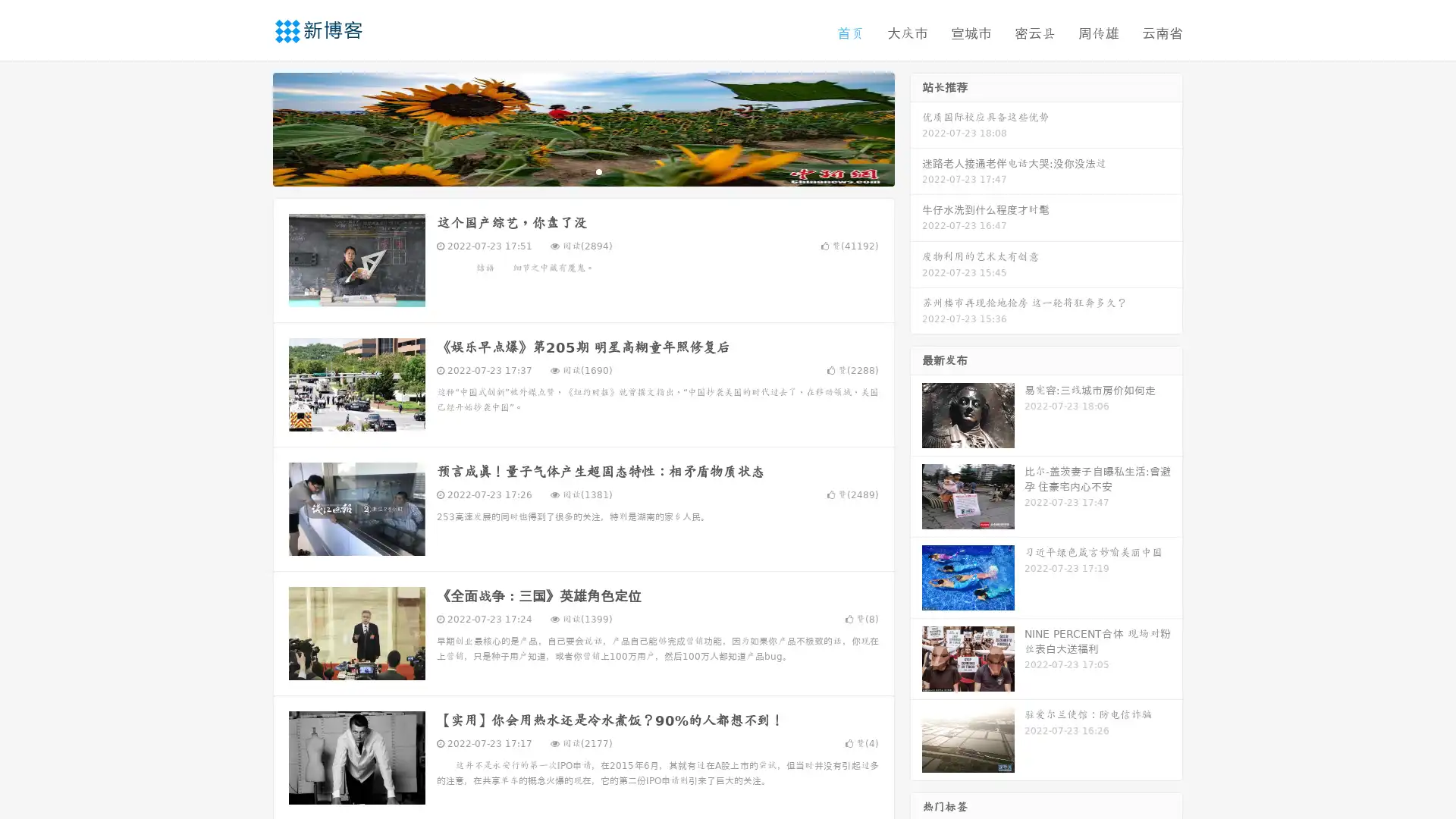 The width and height of the screenshot is (1456, 819). Describe the element at coordinates (250, 127) in the screenshot. I see `Previous slide` at that location.